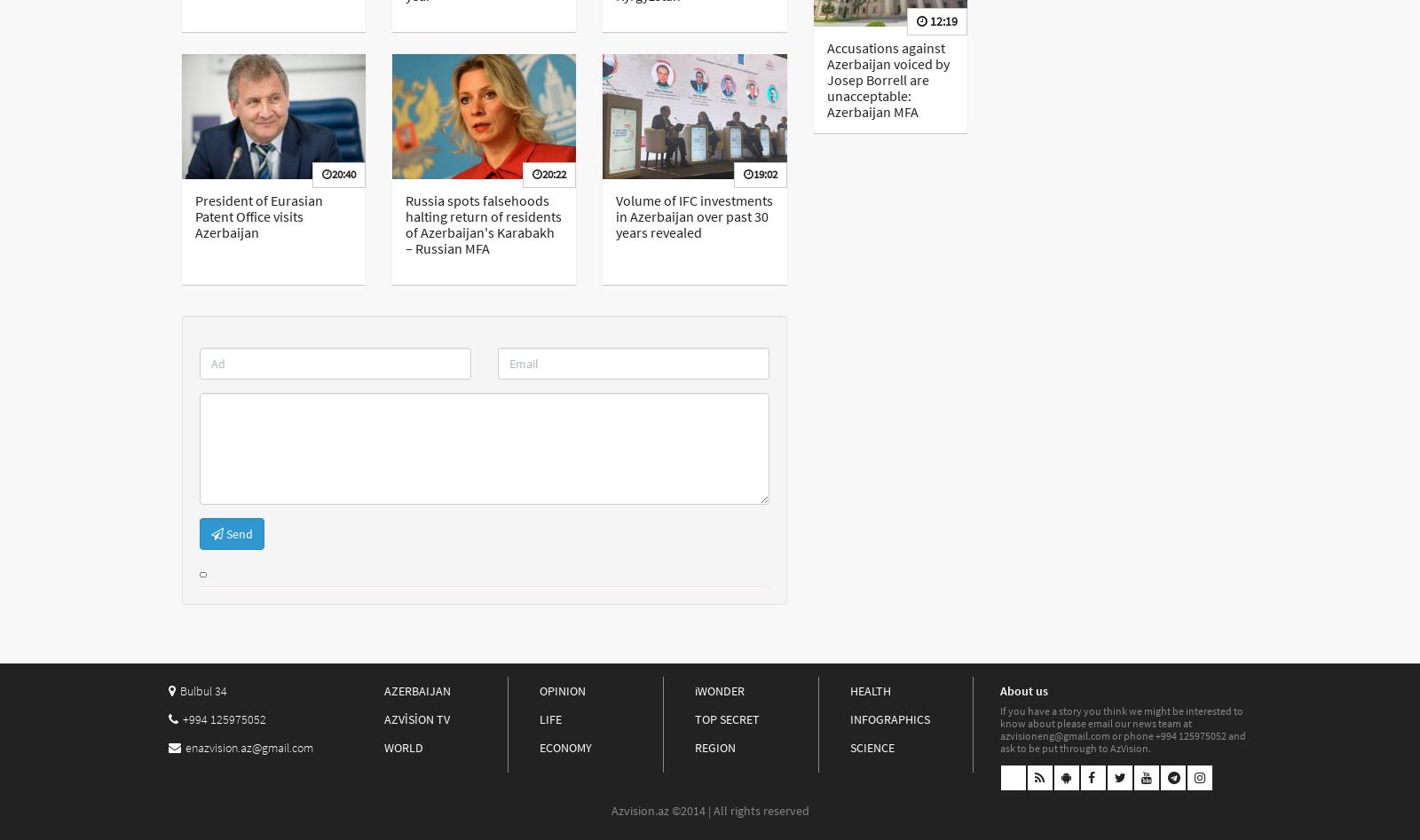 The image size is (1420, 840). Describe the element at coordinates (1102, 69) in the screenshot. I see `'Azerbaijan President: We hope for soonest de-escalation of tension in Gaza'` at that location.